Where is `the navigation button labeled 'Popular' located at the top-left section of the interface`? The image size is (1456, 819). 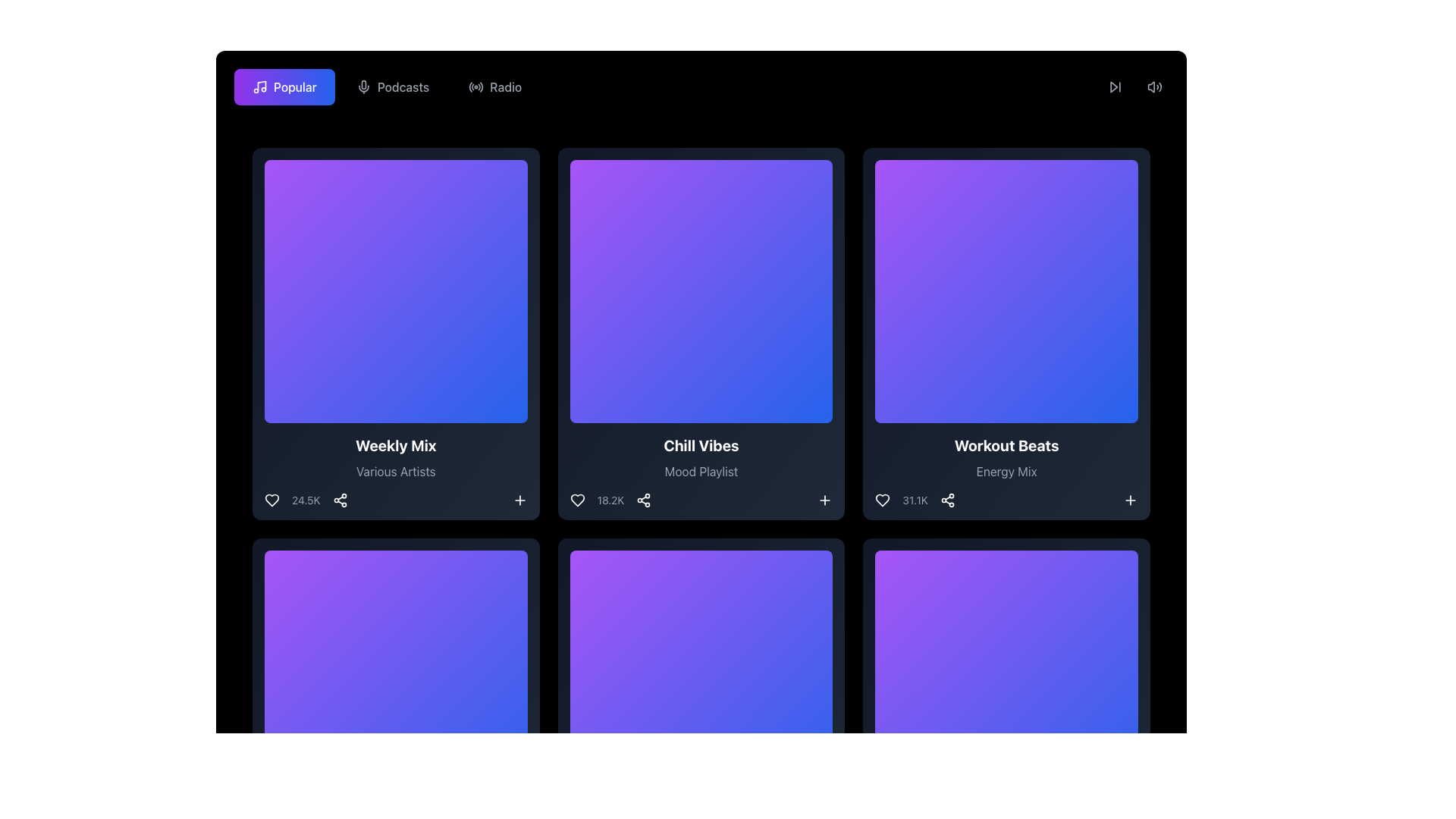 the navigation button labeled 'Popular' located at the top-left section of the interface is located at coordinates (284, 87).